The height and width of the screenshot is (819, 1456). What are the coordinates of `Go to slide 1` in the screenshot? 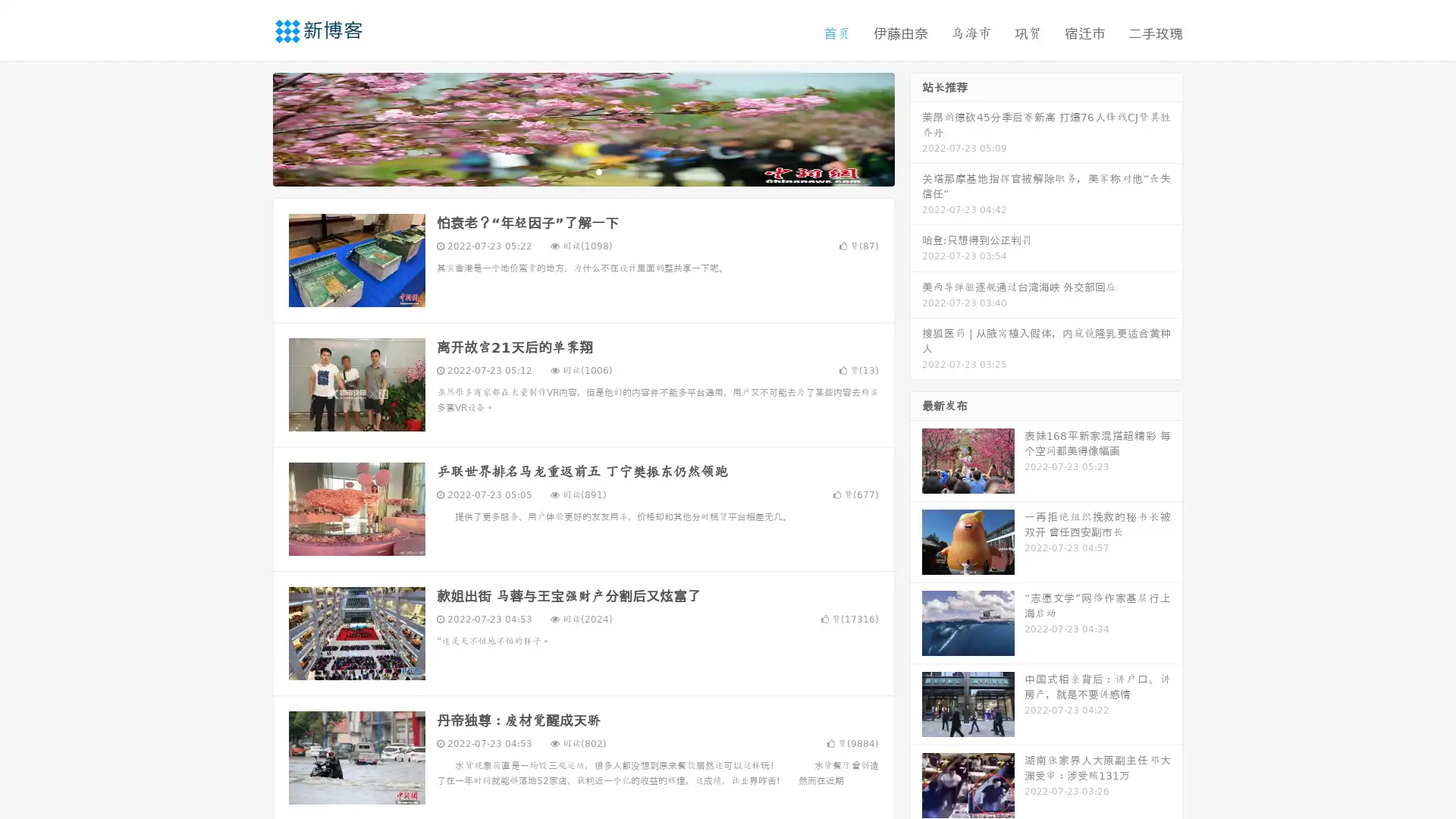 It's located at (567, 171).